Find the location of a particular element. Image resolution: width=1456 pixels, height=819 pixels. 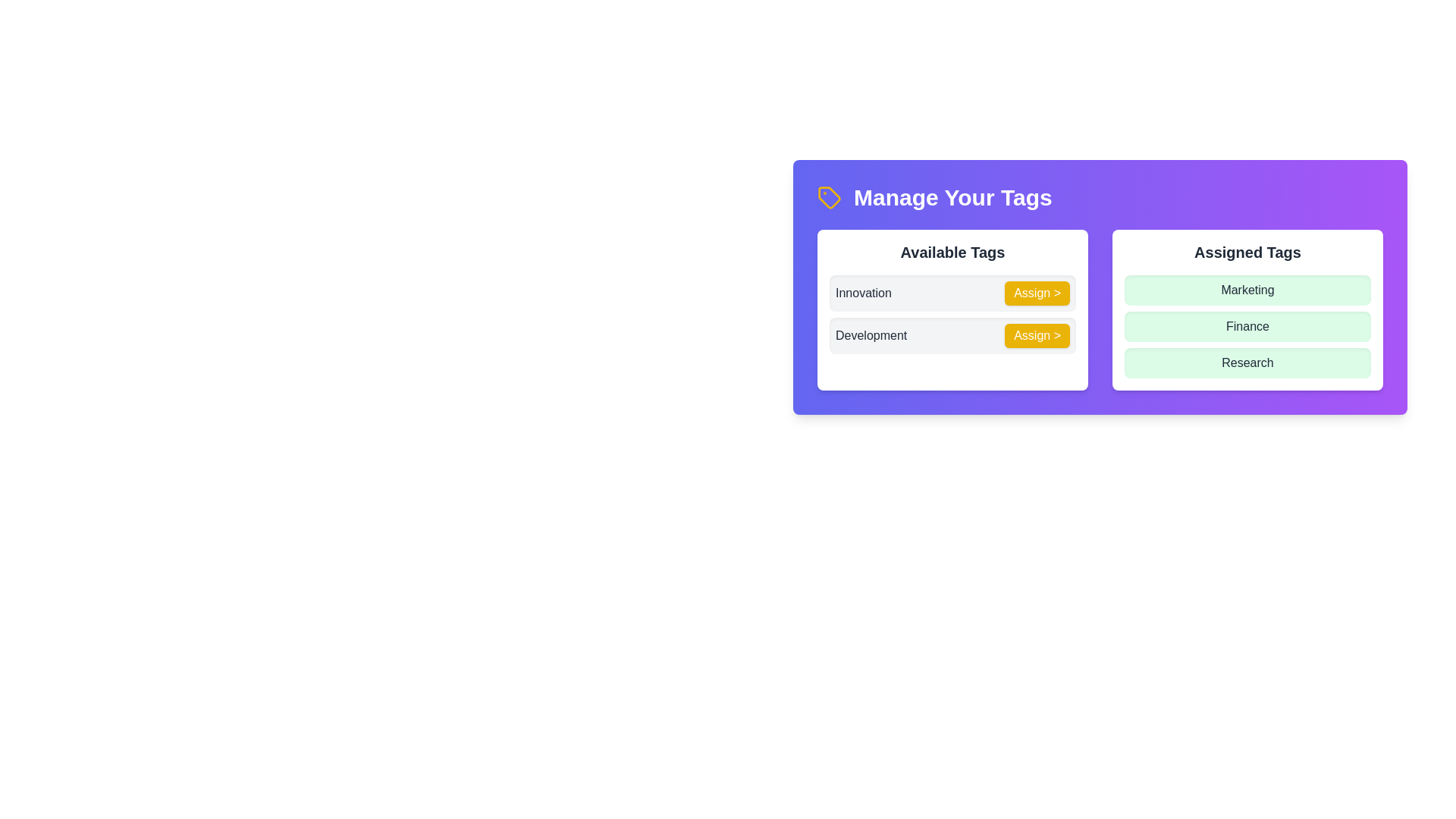

the decorative tag icon located to the left of the text 'Manage Your Tags' in the header section is located at coordinates (829, 197).